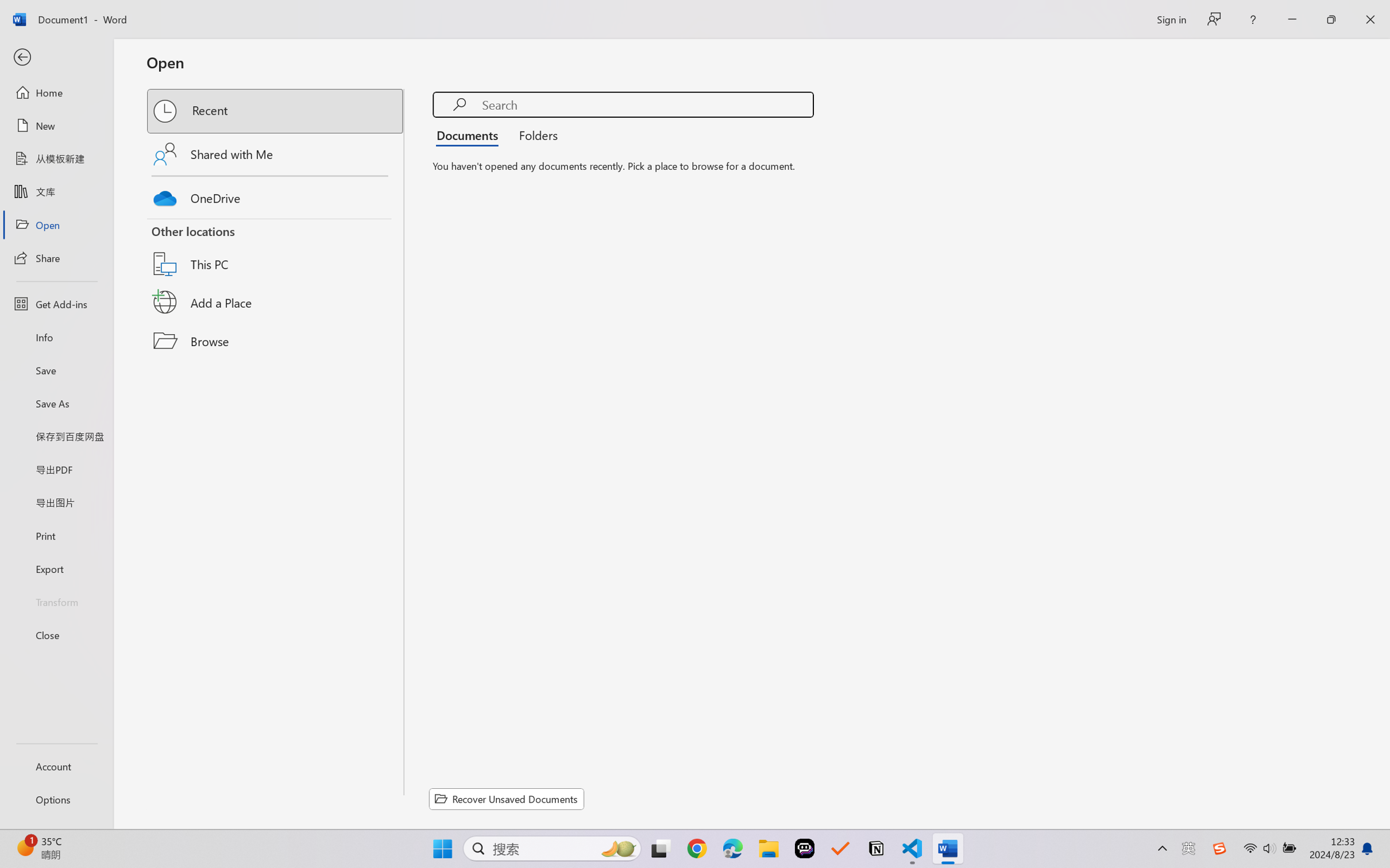 The image size is (1390, 868). Describe the element at coordinates (56, 125) in the screenshot. I see `'New'` at that location.